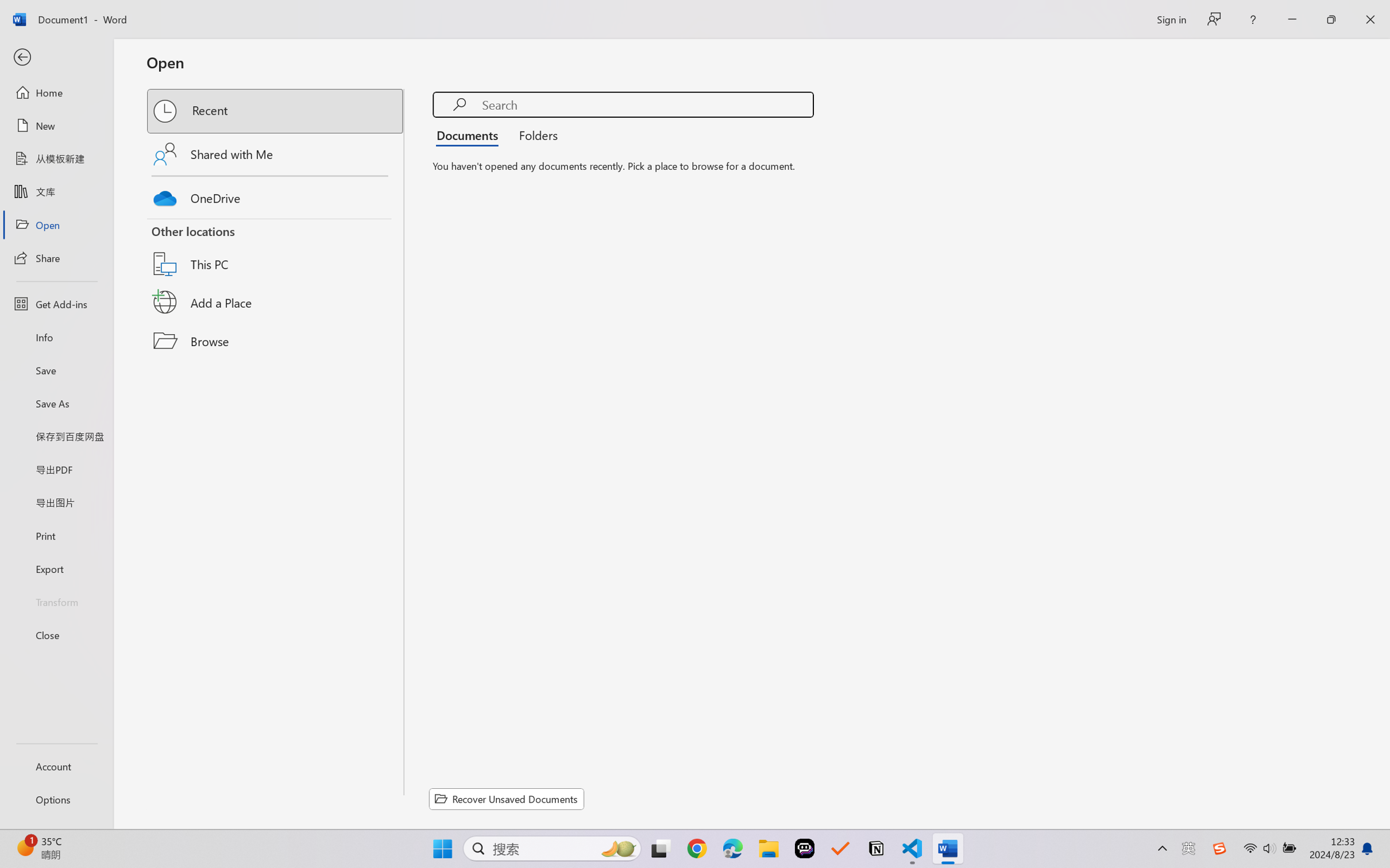 The image size is (1390, 868). Describe the element at coordinates (56, 125) in the screenshot. I see `'New'` at that location.